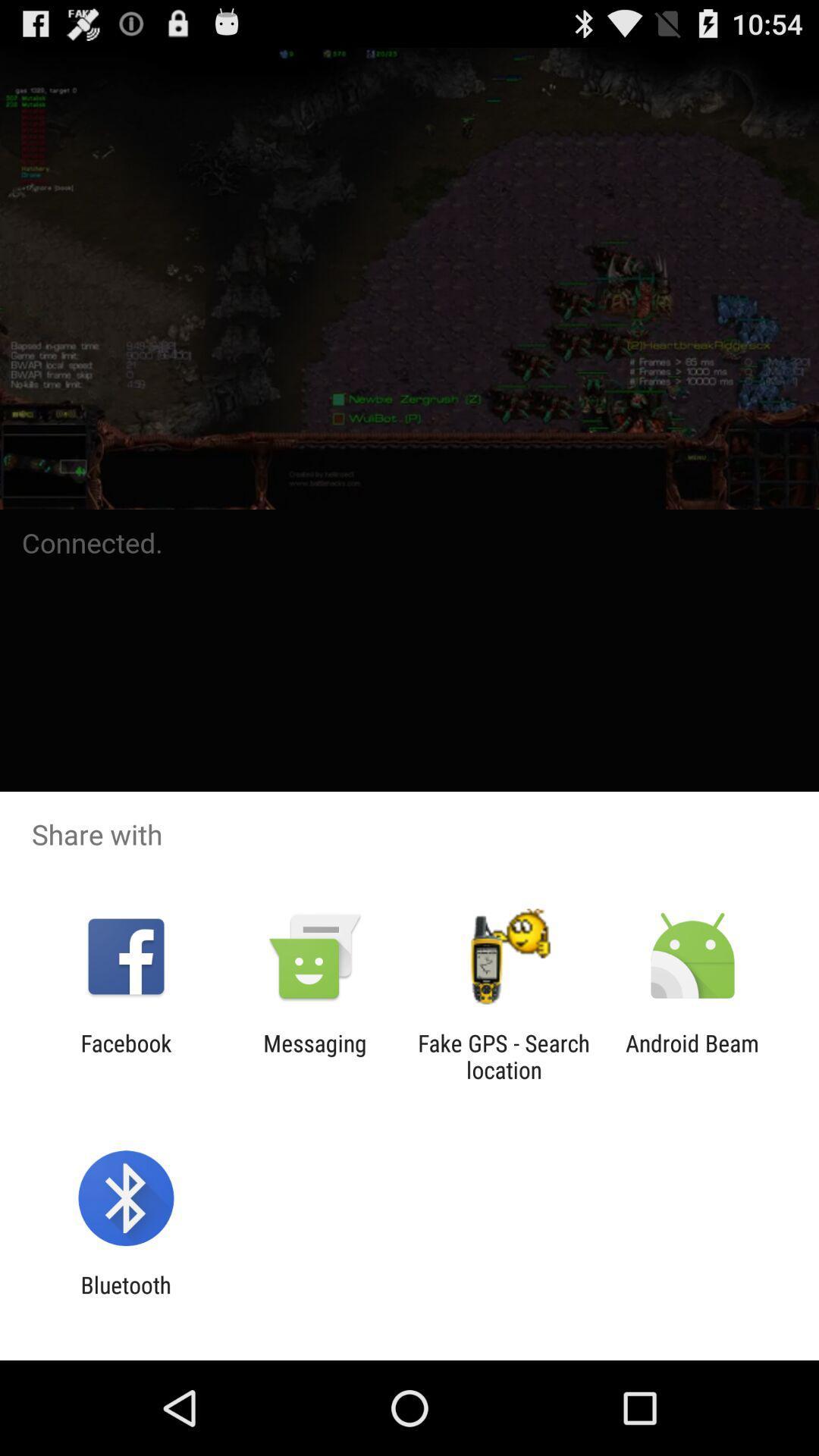 The height and width of the screenshot is (1456, 819). I want to click on item to the left of fake gps search, so click(314, 1056).